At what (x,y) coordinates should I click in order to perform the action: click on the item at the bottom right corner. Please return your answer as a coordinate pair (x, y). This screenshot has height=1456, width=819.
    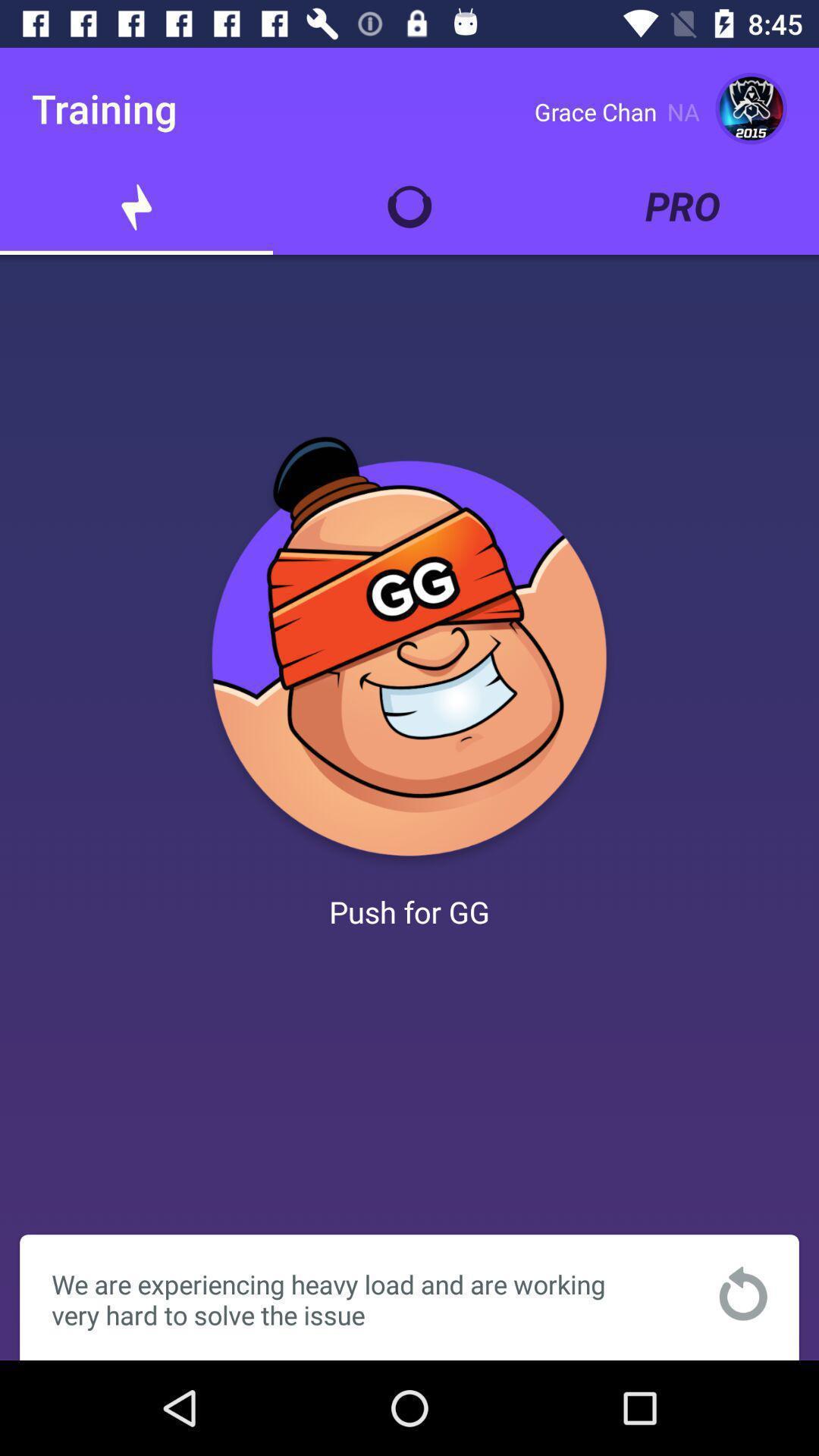
    Looking at the image, I should click on (742, 1292).